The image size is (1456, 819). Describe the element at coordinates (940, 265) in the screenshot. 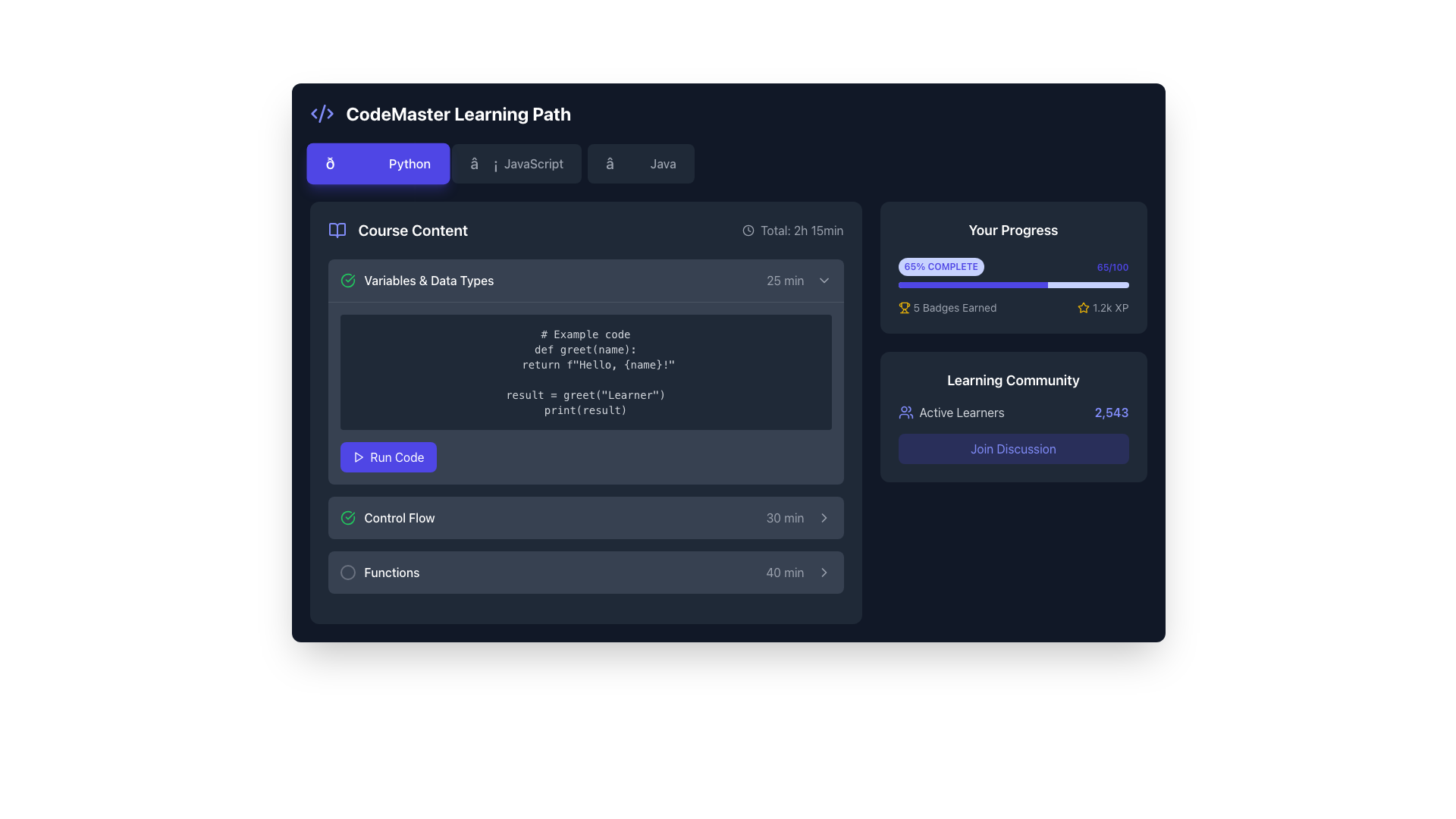

I see `the progress indicator text label located in the 'Your Progress' section, positioned towards the upper-left and aligned with the 65/100 text and progress bar` at that location.